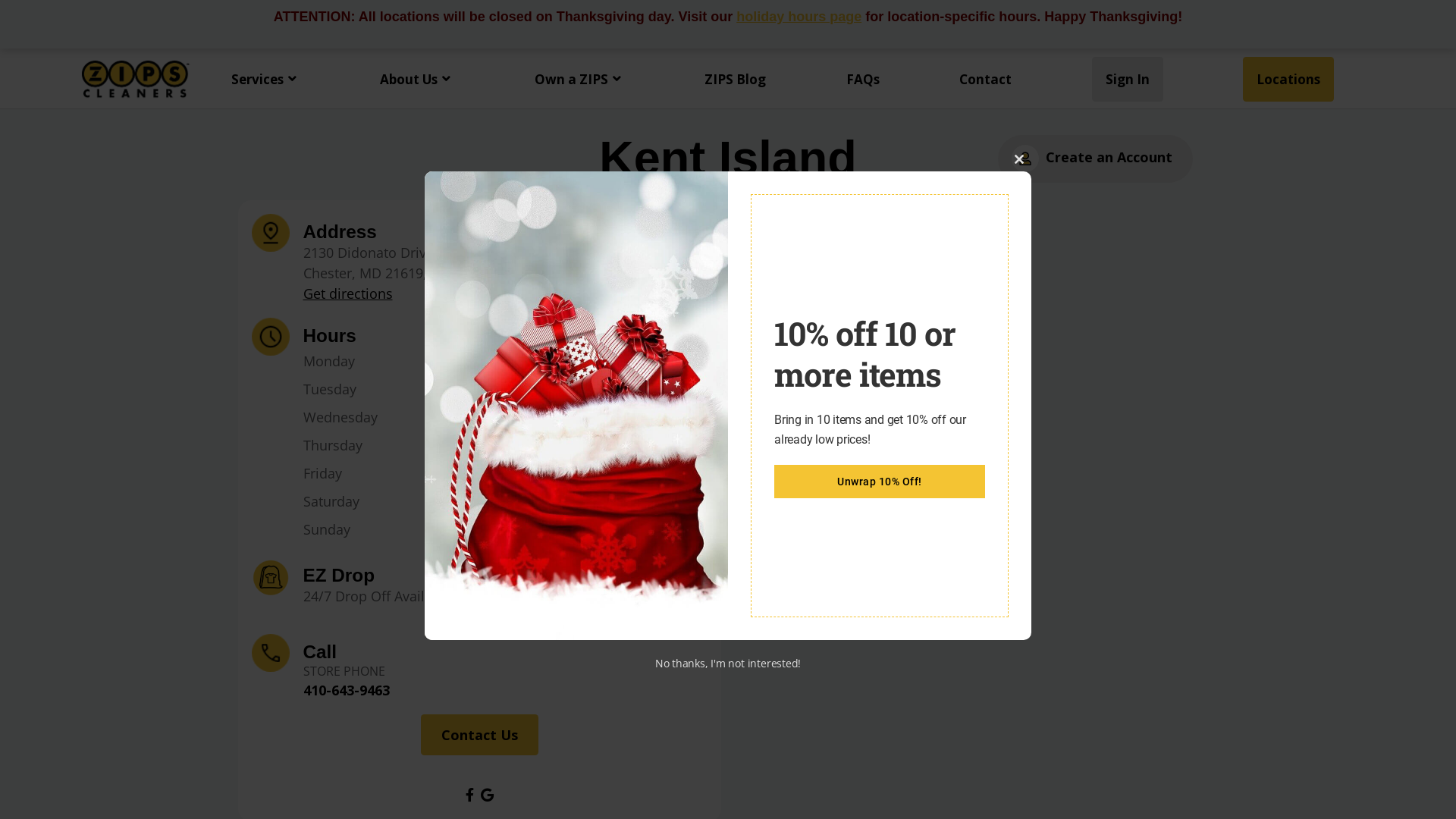  I want to click on 'Get directions', so click(347, 293).